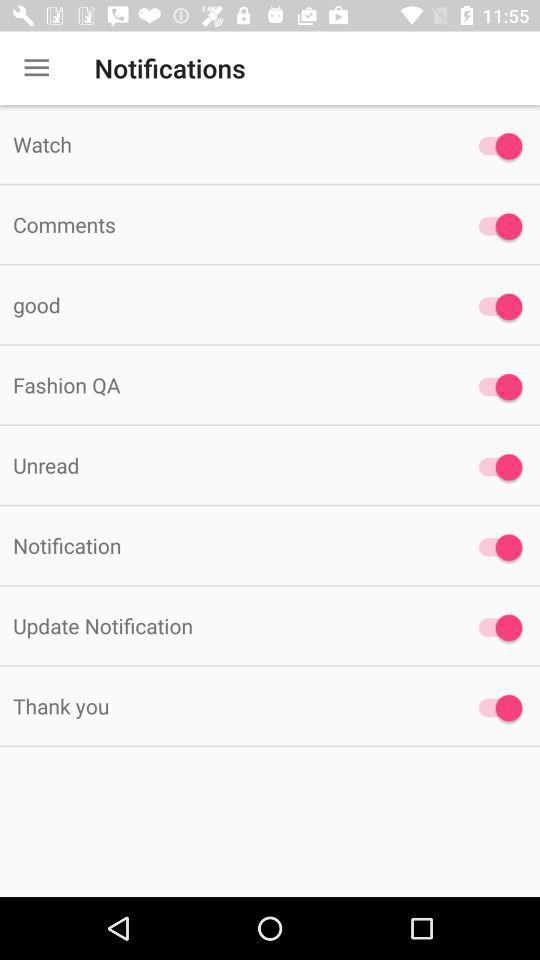  I want to click on search it, so click(494, 547).